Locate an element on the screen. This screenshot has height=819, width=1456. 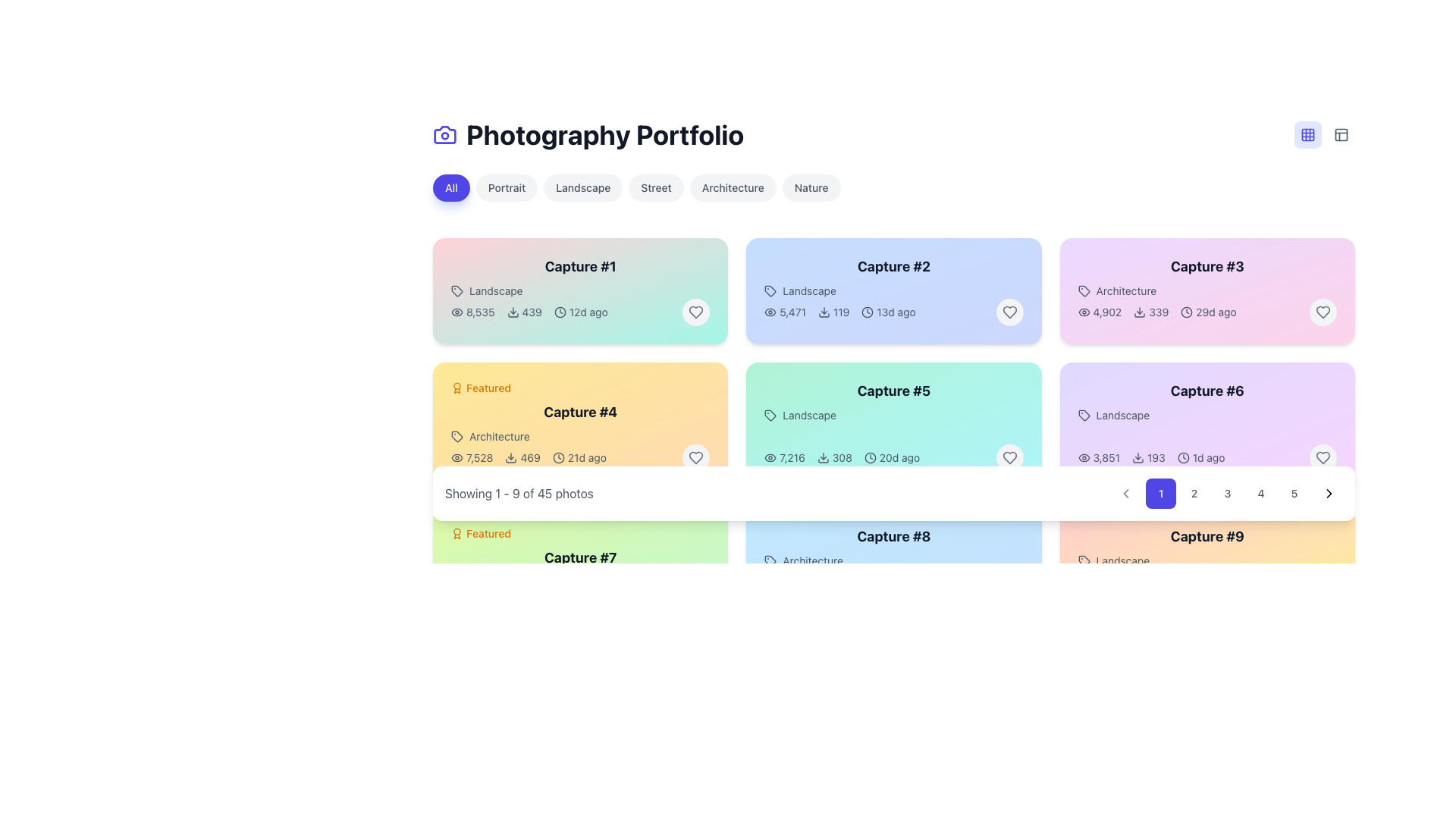
the tag icon, which is a graphical symbol with a typical tag shape featuring a slanted parallelogram and a small circular hole, located to the left of category labels like 'Landscape' or 'Architecture' in the photo album interface is located at coordinates (457, 291).